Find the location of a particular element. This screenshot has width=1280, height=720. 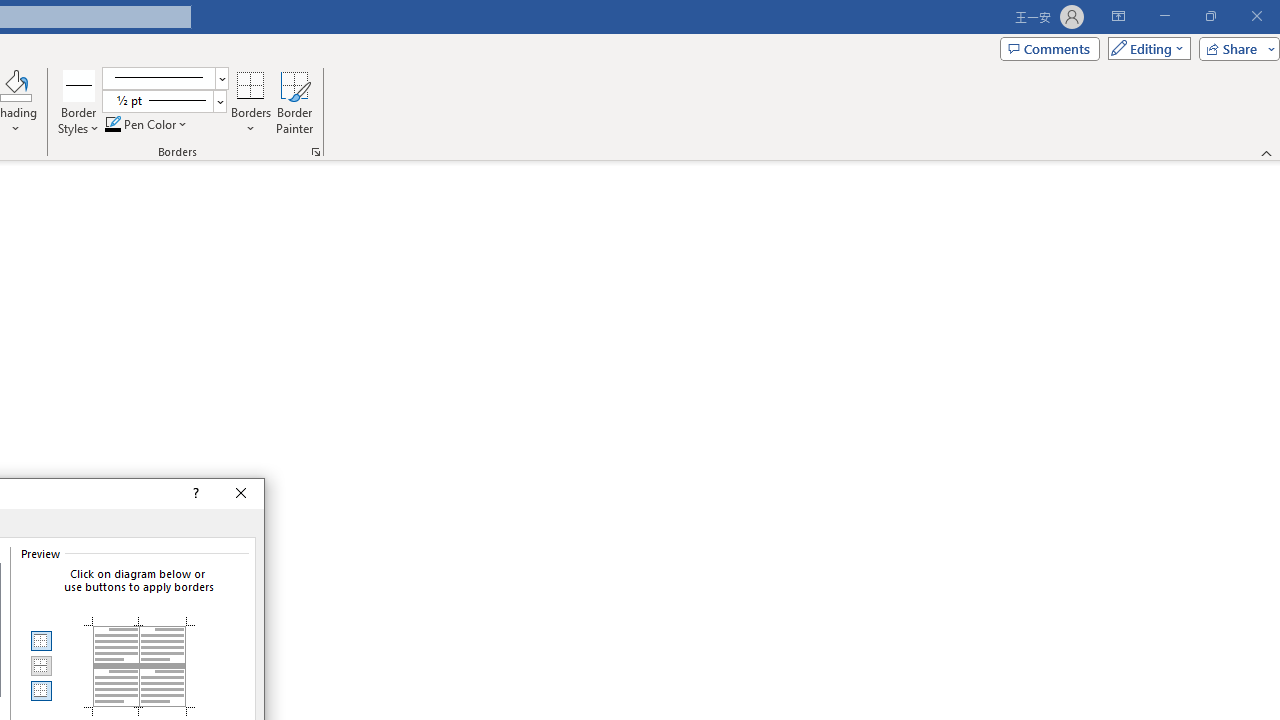

'Ribbon Display Options' is located at coordinates (1117, 16).